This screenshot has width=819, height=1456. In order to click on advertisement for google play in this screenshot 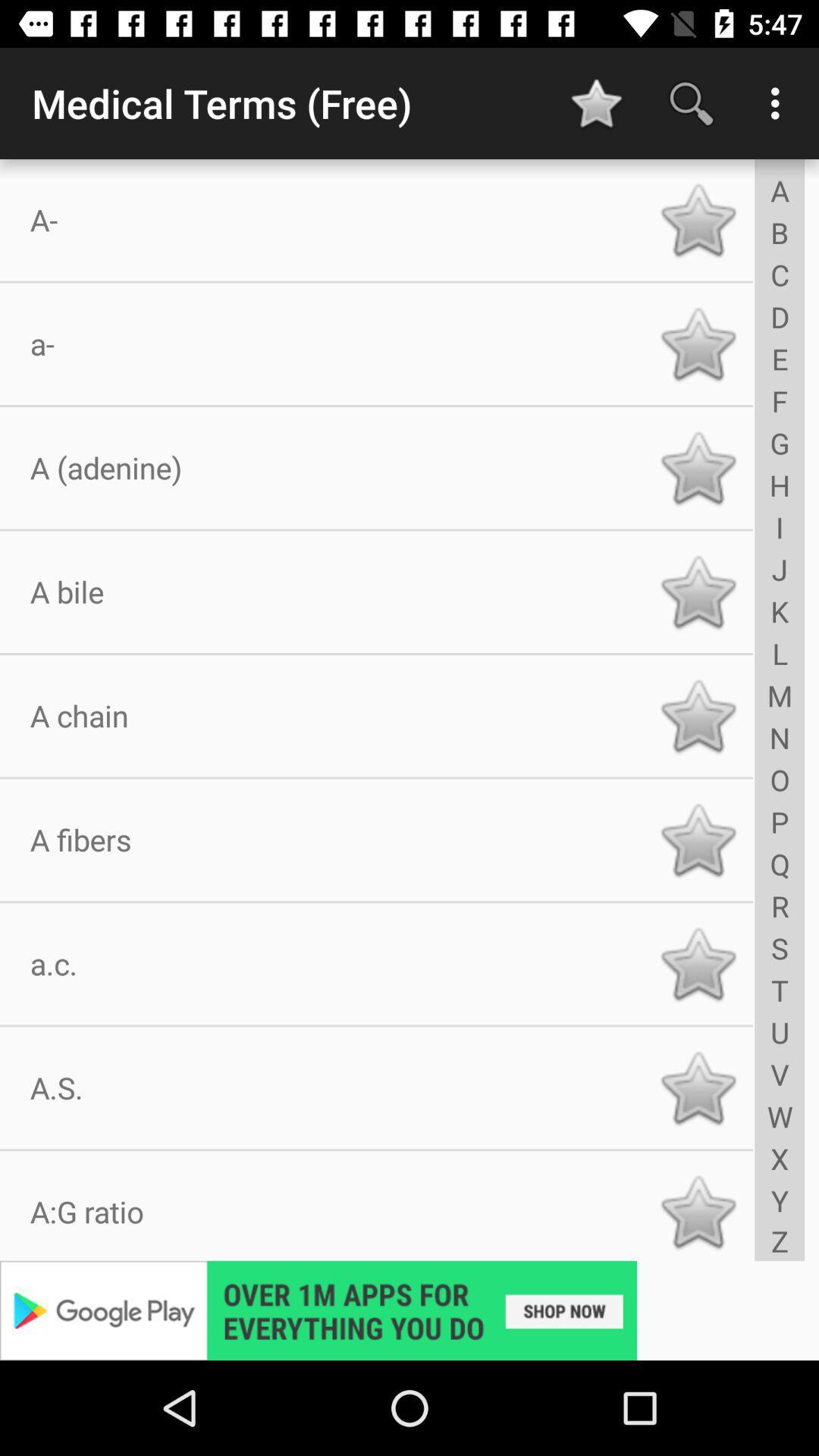, I will do `click(409, 1310)`.